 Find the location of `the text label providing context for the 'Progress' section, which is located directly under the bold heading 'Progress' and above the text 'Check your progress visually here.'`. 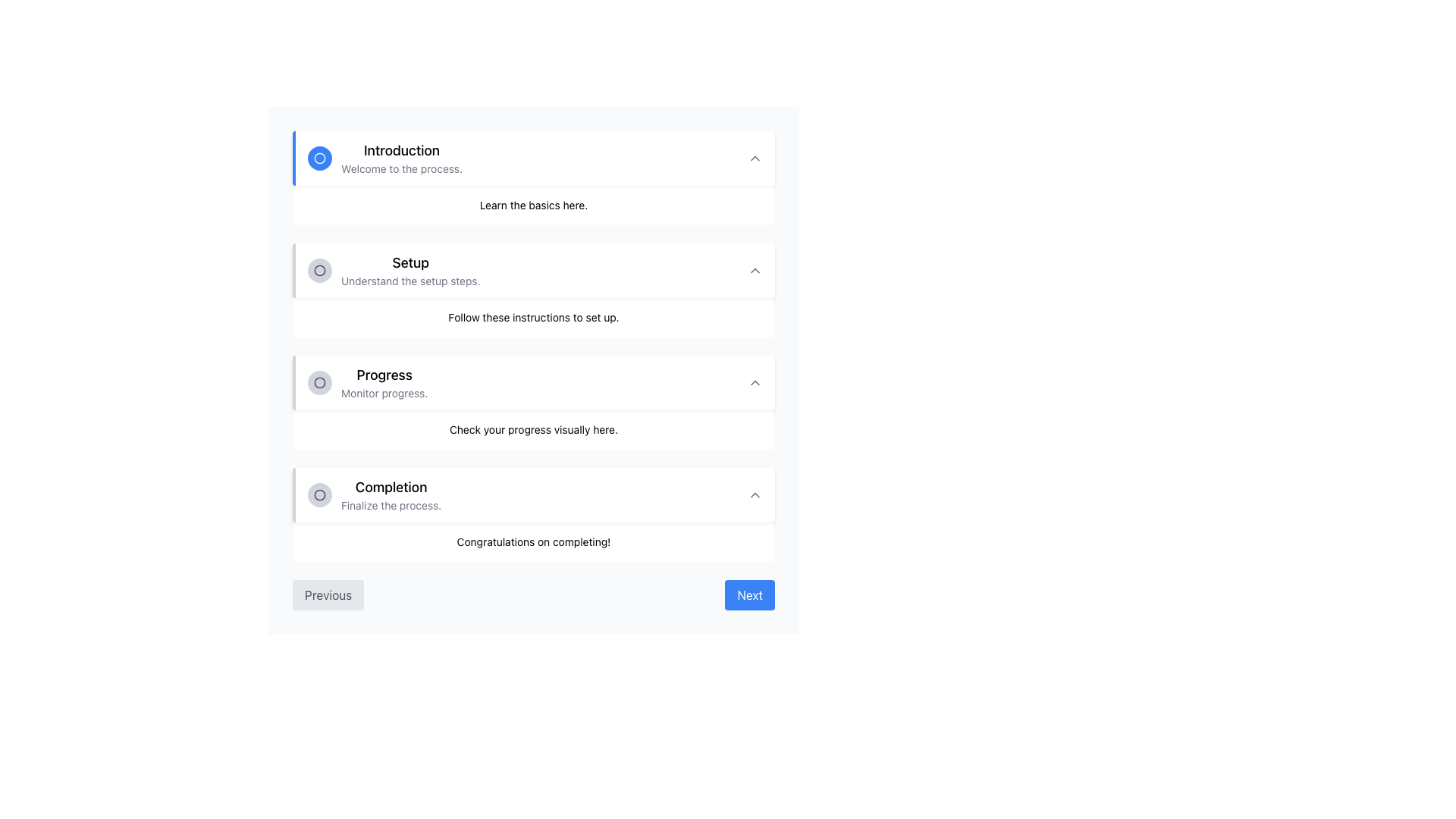

the text label providing context for the 'Progress' section, which is located directly under the bold heading 'Progress' and above the text 'Check your progress visually here.' is located at coordinates (384, 393).